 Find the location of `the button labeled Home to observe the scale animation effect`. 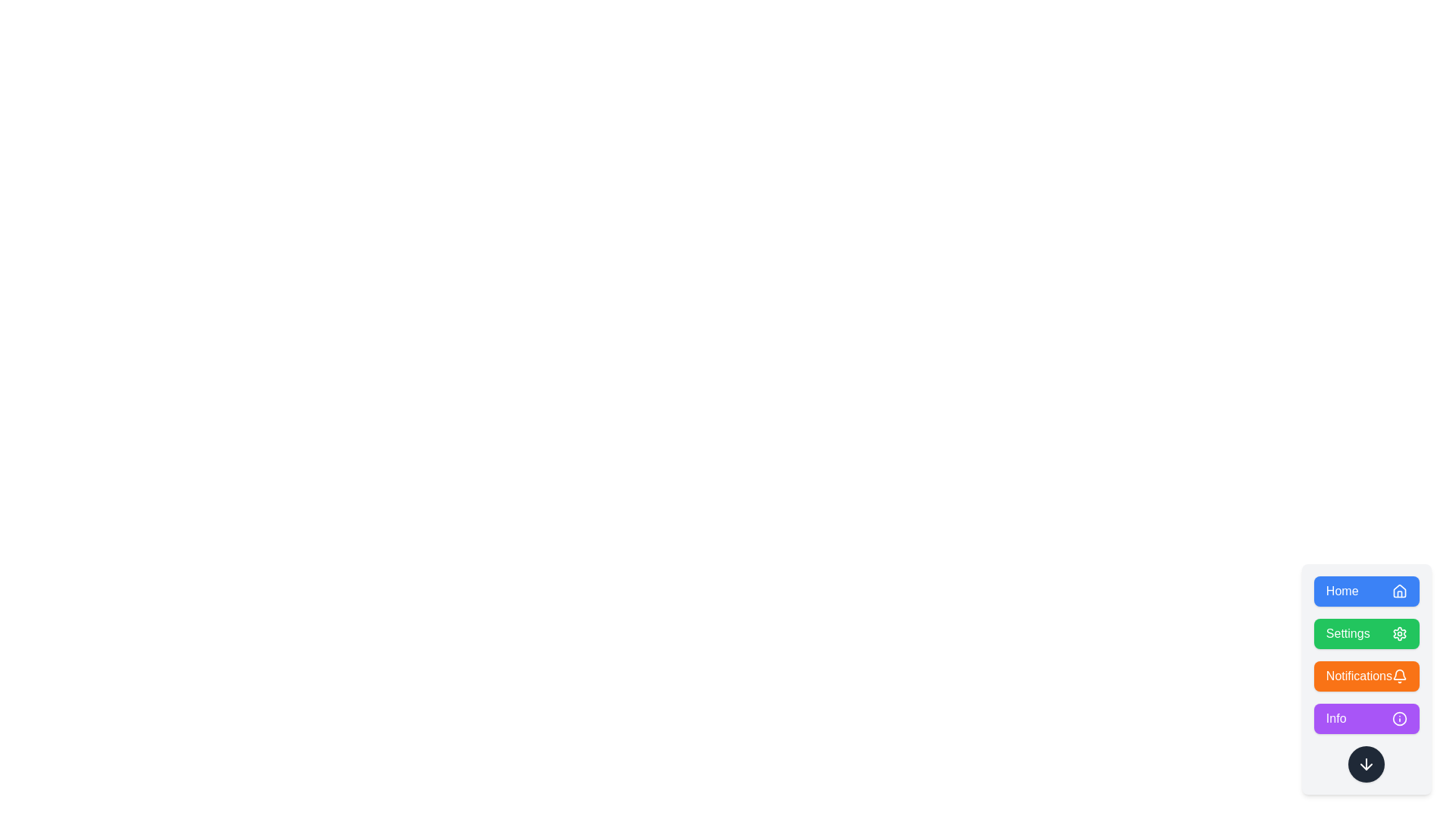

the button labeled Home to observe the scale animation effect is located at coordinates (1366, 590).